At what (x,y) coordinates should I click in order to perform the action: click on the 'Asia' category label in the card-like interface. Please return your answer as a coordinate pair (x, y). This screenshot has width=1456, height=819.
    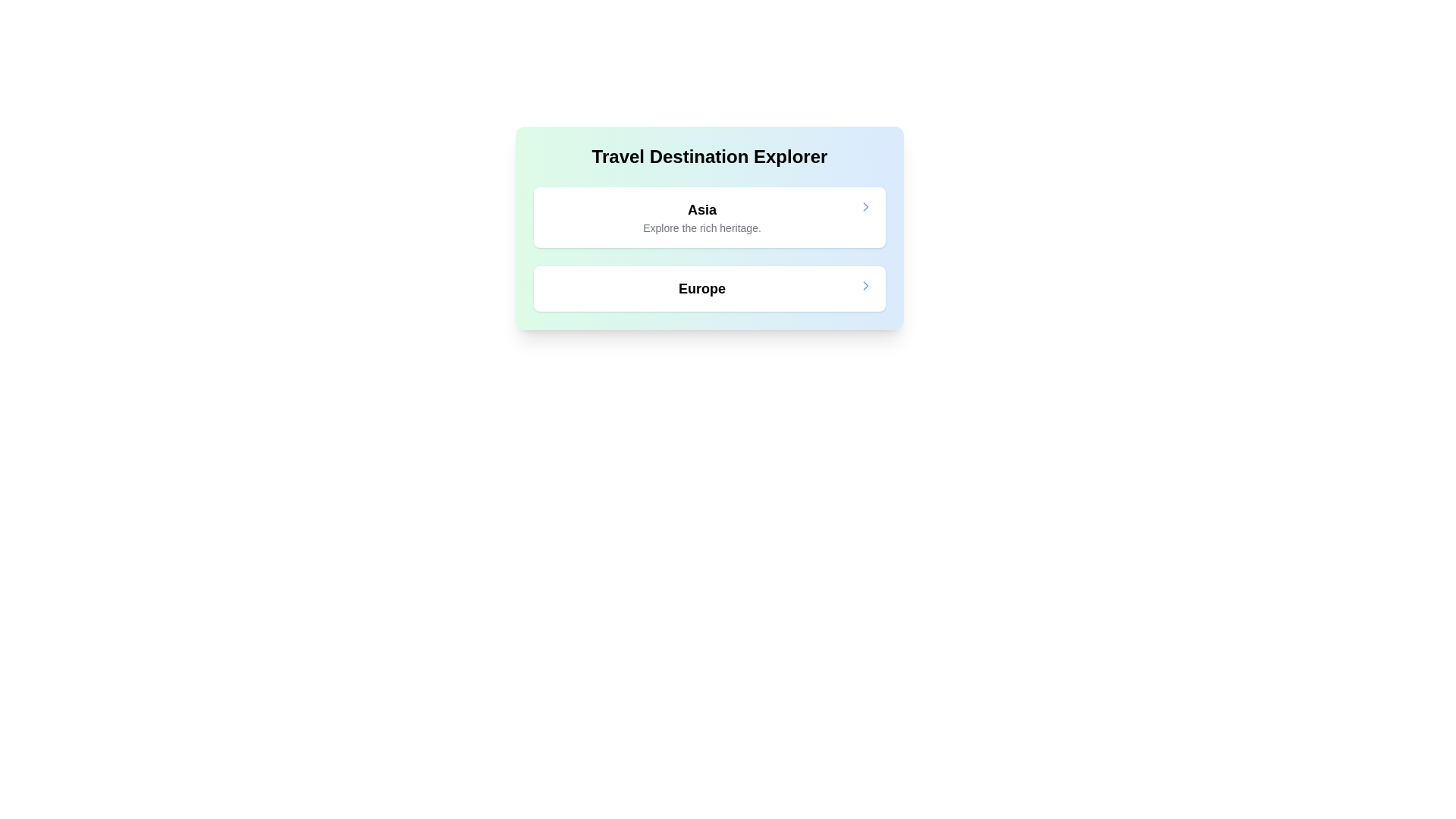
    Looking at the image, I should click on (701, 217).